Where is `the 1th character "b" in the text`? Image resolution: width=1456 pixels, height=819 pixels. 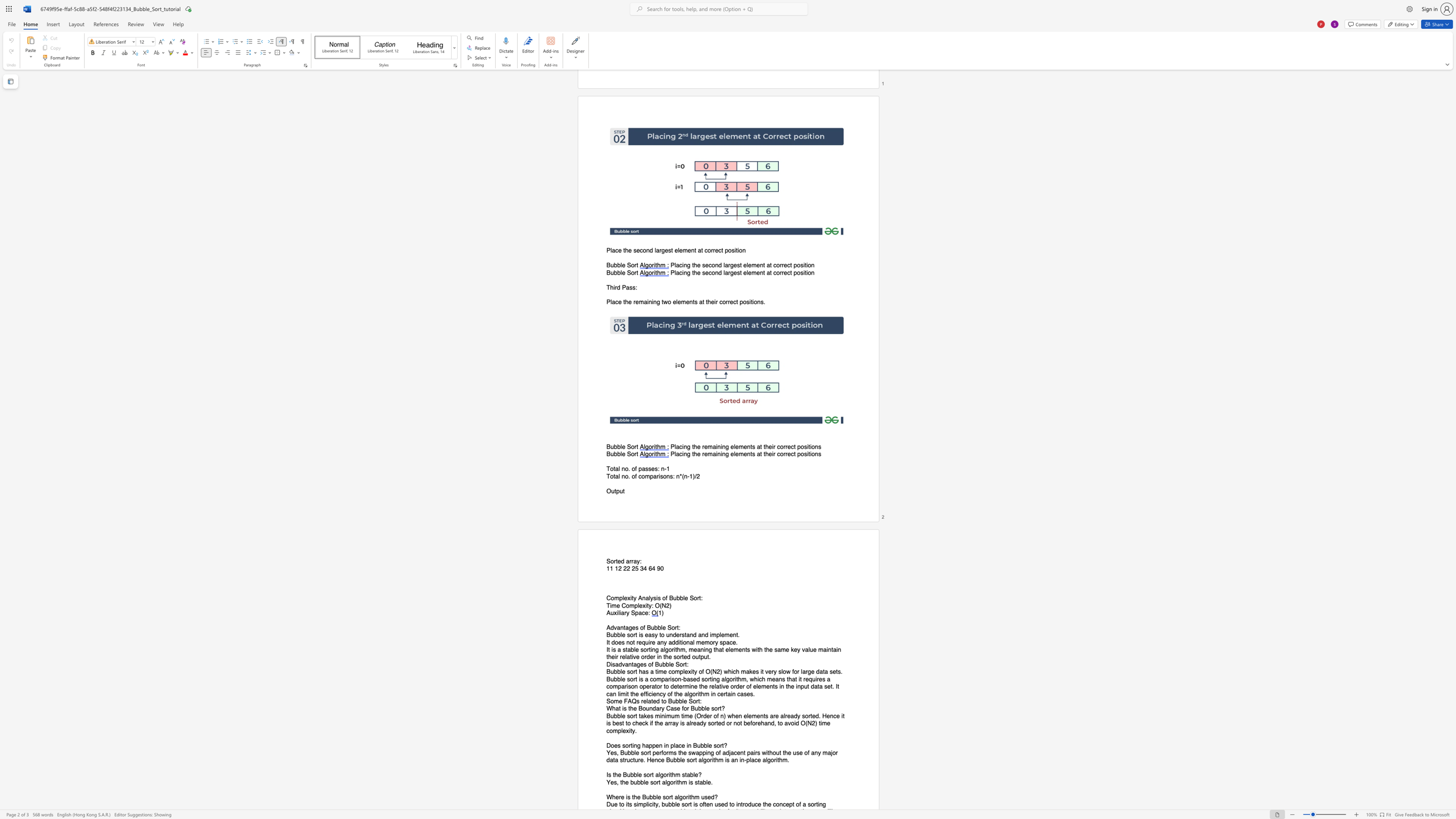 the 1th character "b" in the text is located at coordinates (615, 454).